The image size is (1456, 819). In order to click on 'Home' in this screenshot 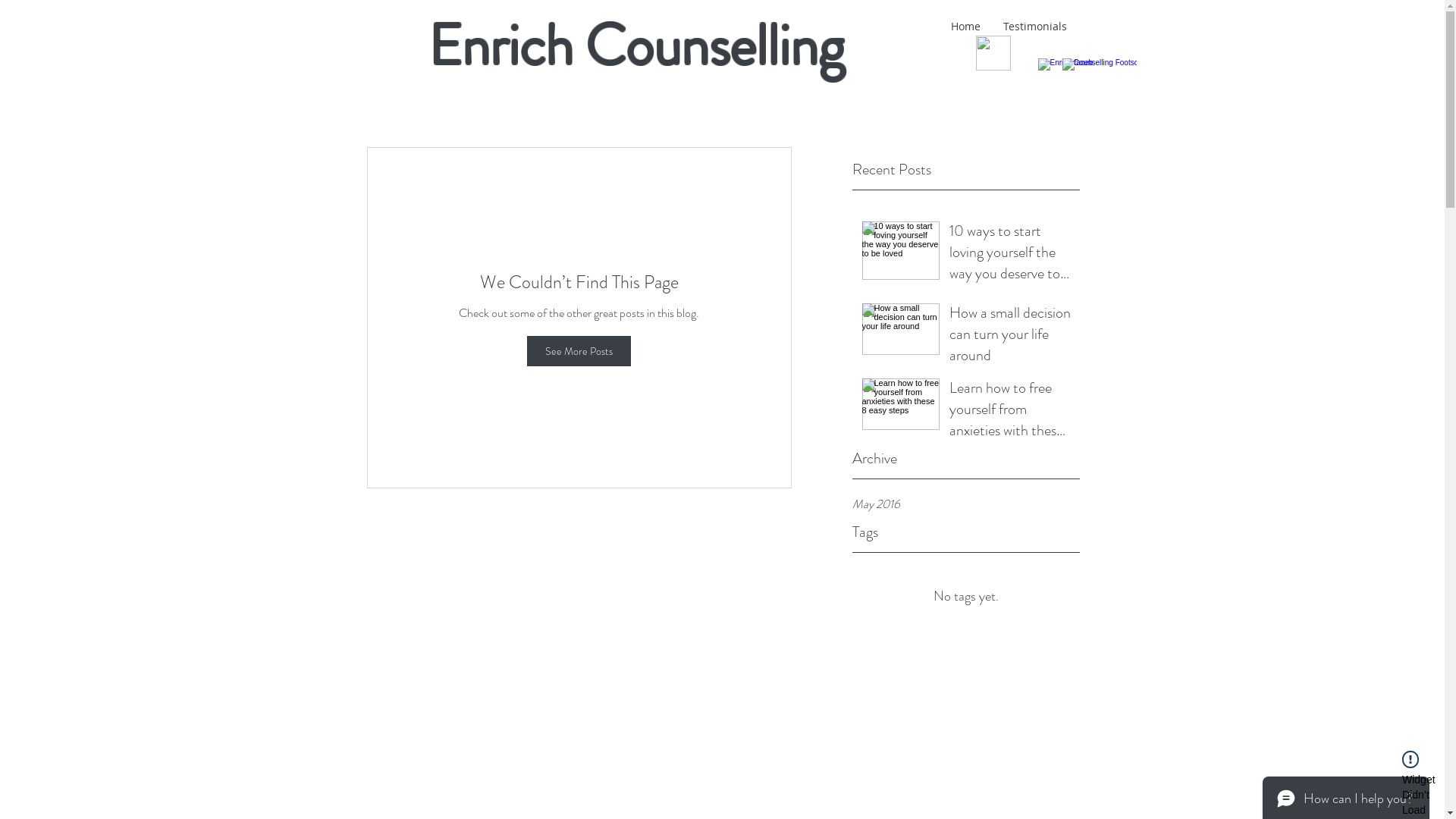, I will do `click(964, 26)`.